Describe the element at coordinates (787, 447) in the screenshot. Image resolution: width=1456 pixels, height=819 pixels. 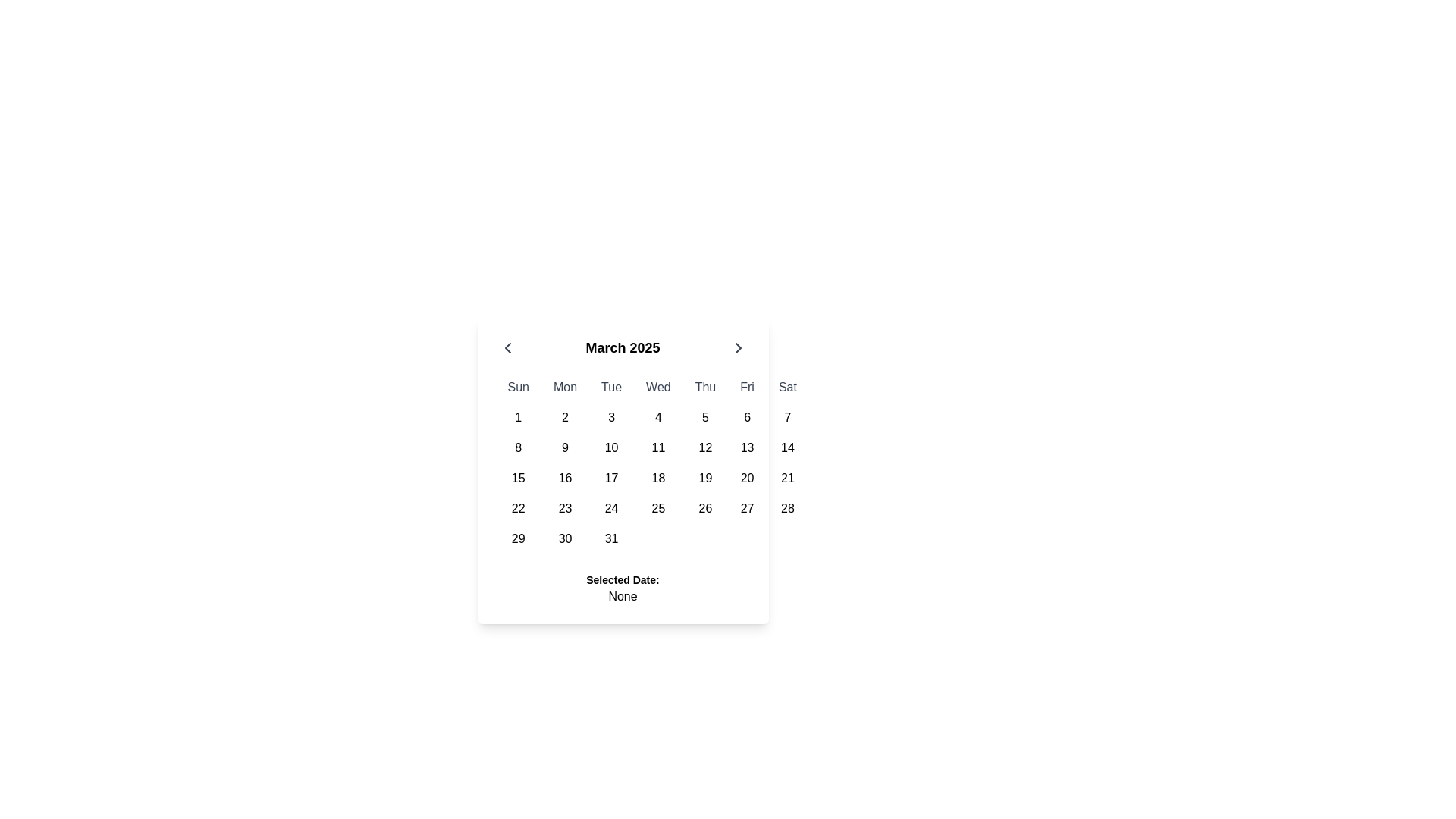
I see `the static text element displaying the date for Saturday in the calendar grid` at that location.